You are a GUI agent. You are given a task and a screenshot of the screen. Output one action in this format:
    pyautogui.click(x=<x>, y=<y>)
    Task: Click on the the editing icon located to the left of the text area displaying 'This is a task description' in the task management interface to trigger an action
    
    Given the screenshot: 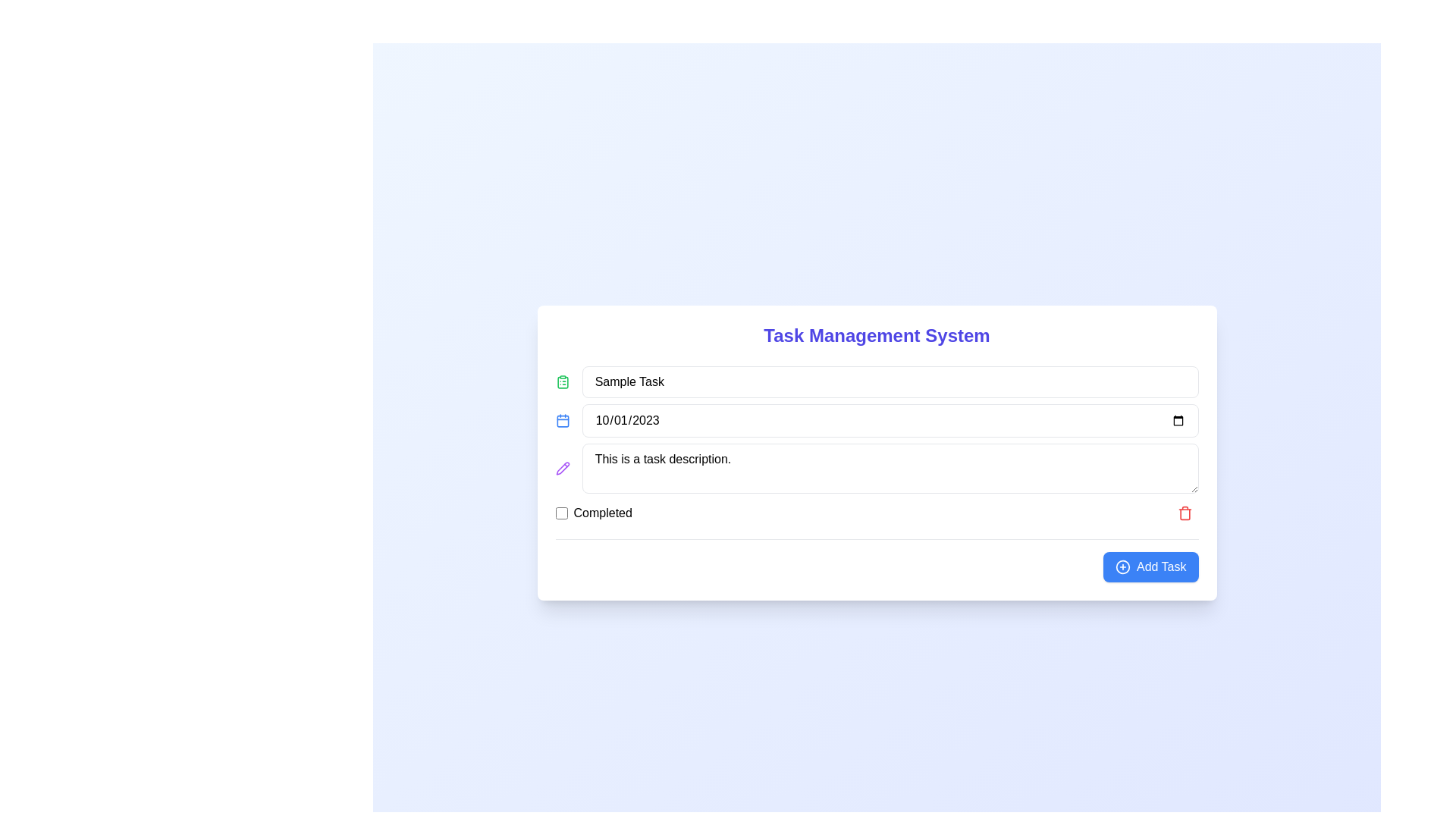 What is the action you would take?
    pyautogui.click(x=562, y=467)
    